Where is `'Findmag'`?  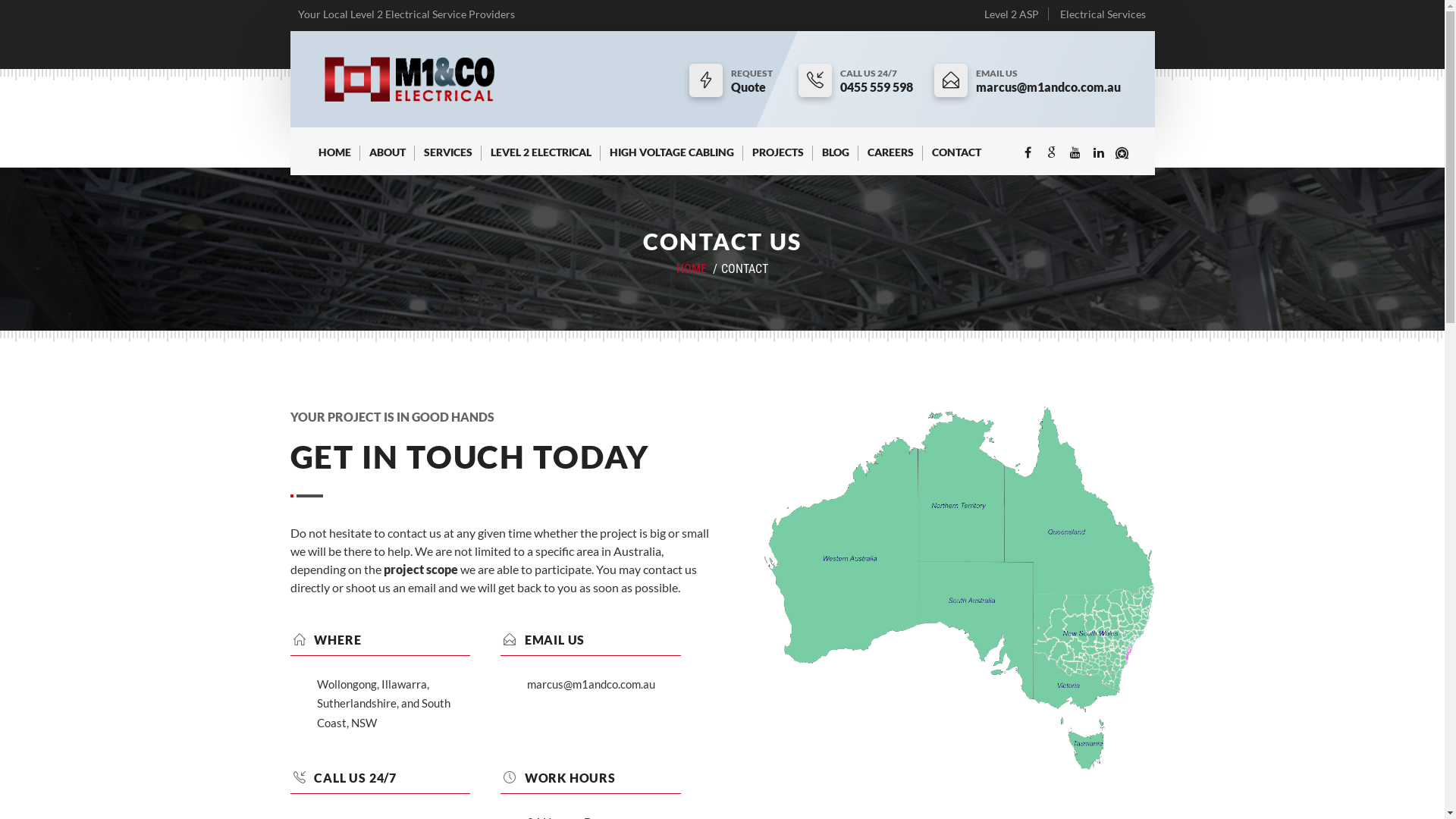
'Findmag' is located at coordinates (1122, 153).